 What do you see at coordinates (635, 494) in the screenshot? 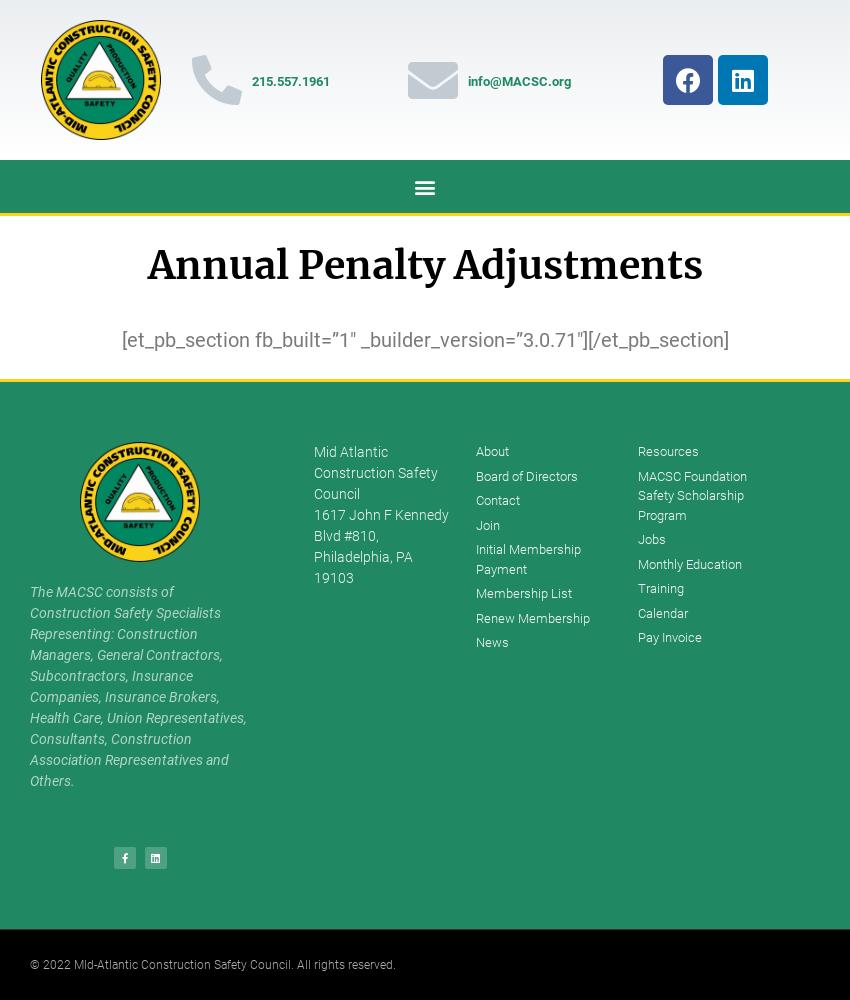
I see `'MACSC Foundation Safety Scholarship Program'` at bounding box center [635, 494].